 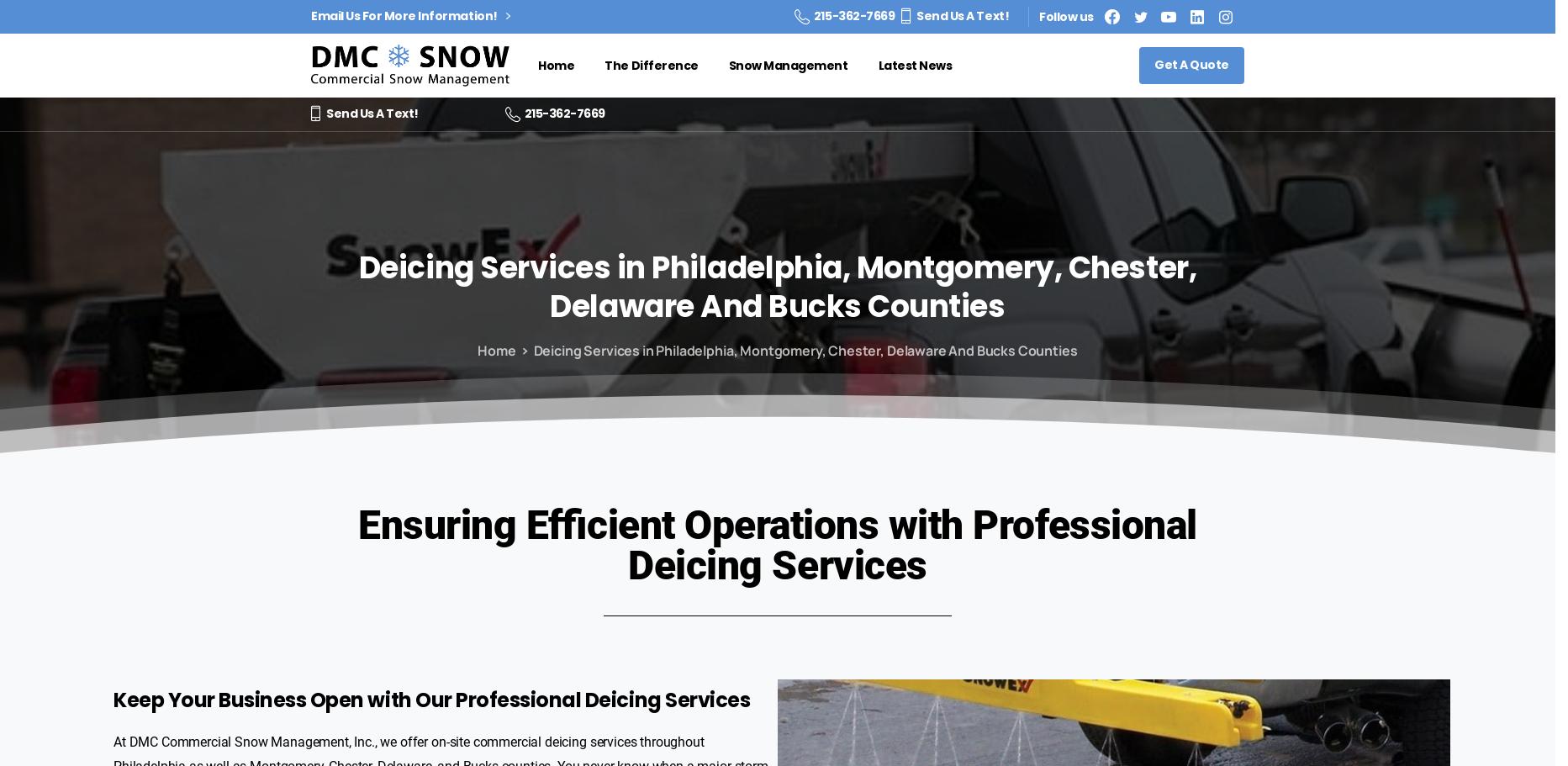 I want to click on 'in', so click(x=630, y=267).